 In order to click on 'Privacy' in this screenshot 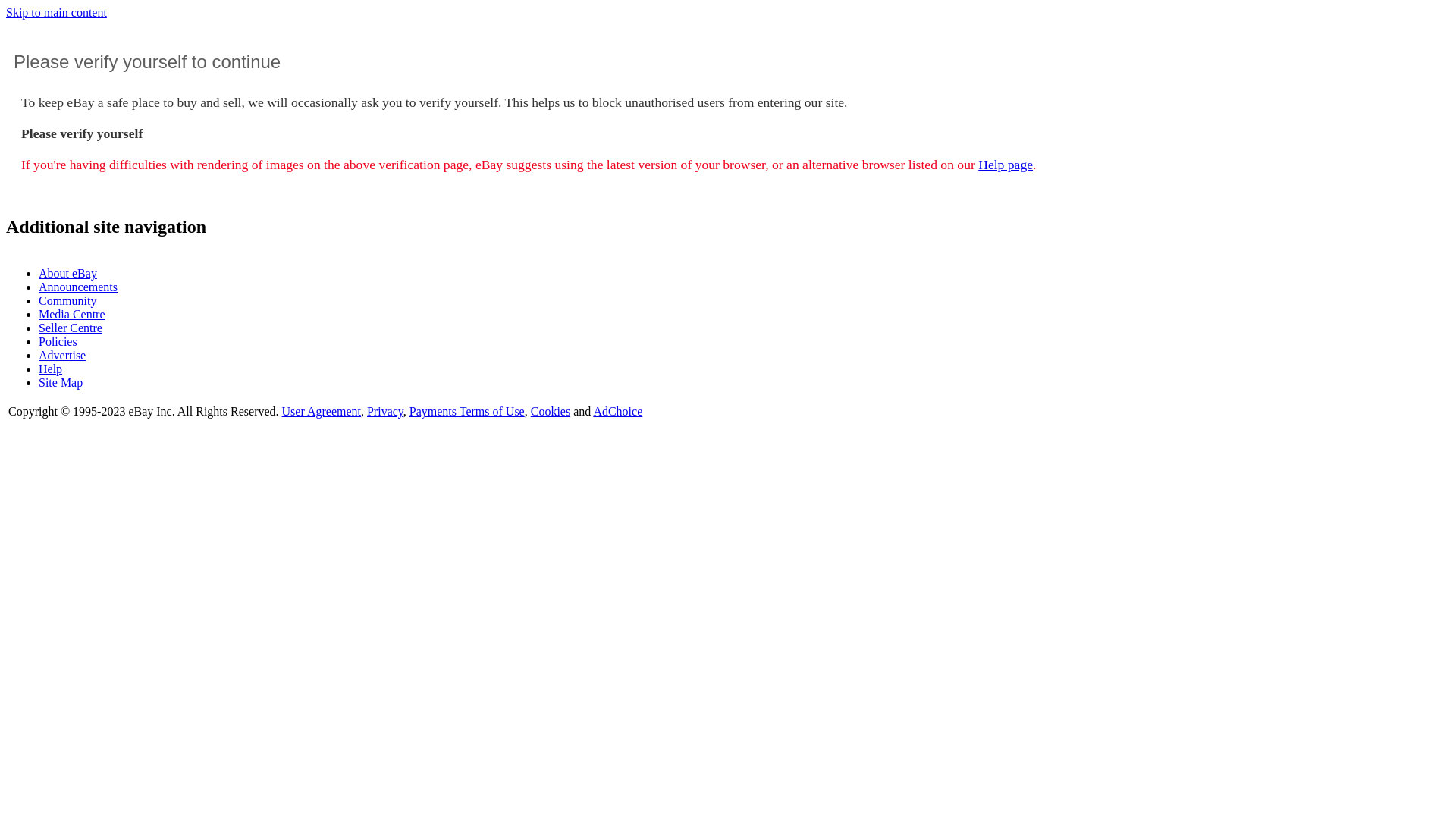, I will do `click(367, 411)`.